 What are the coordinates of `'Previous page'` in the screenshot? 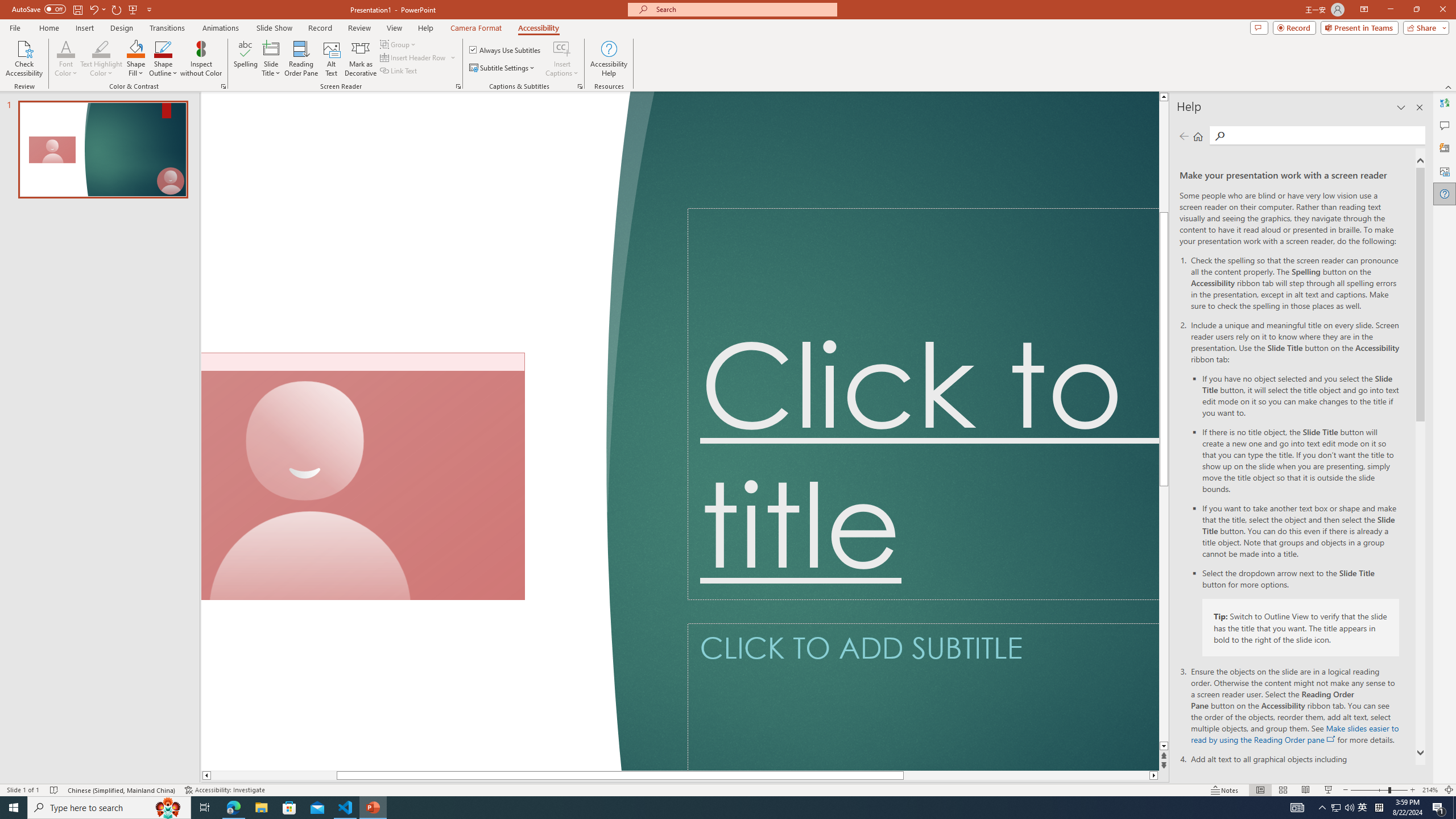 It's located at (1183, 135).